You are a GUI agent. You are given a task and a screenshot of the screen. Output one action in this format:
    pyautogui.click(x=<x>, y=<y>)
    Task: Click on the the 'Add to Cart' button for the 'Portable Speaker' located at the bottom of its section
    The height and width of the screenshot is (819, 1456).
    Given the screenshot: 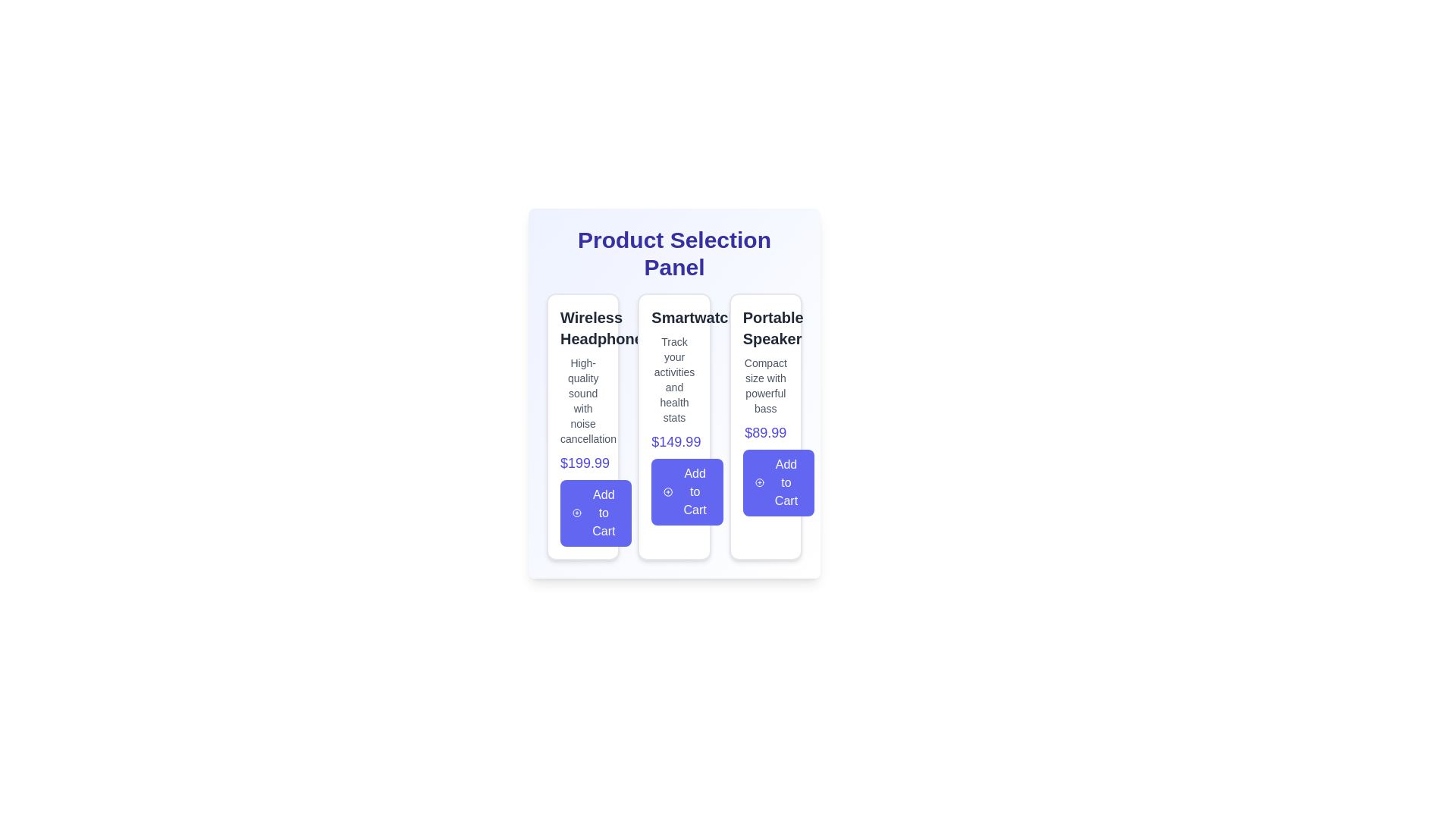 What is the action you would take?
    pyautogui.click(x=778, y=482)
    